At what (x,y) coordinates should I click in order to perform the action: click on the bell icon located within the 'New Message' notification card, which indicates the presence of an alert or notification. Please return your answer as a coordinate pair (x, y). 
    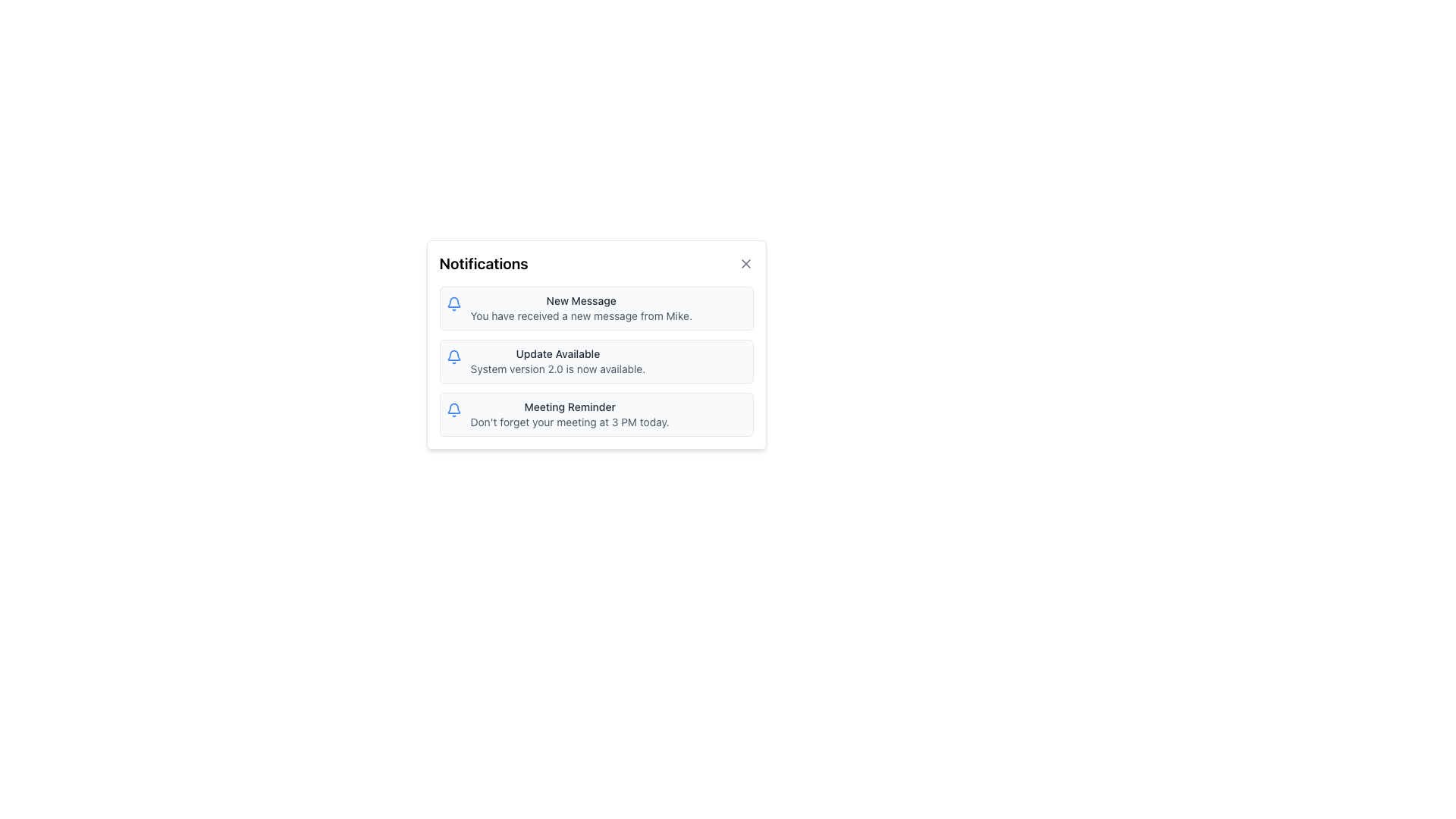
    Looking at the image, I should click on (453, 304).